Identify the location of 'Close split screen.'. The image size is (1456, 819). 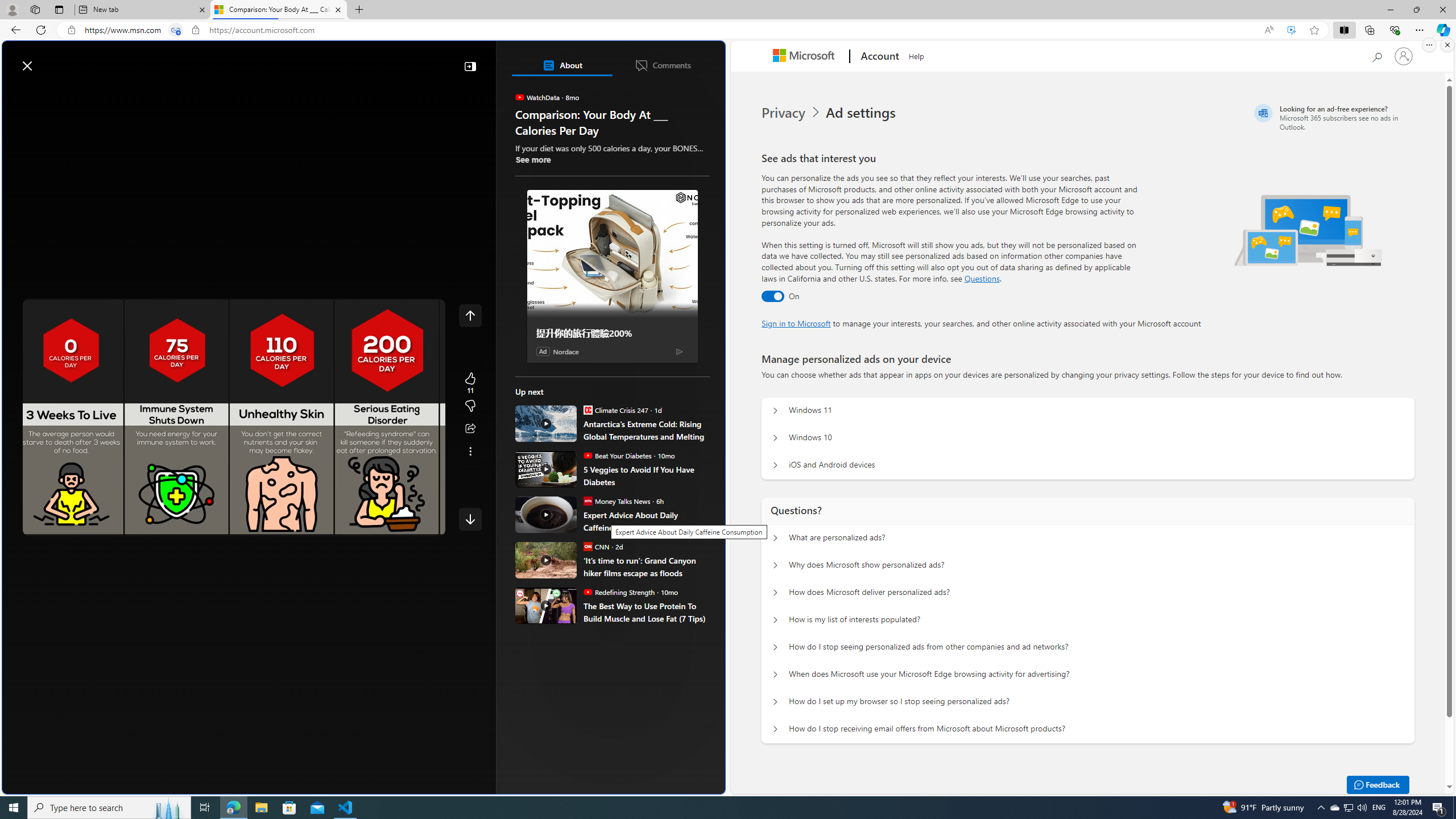
(1446, 44).